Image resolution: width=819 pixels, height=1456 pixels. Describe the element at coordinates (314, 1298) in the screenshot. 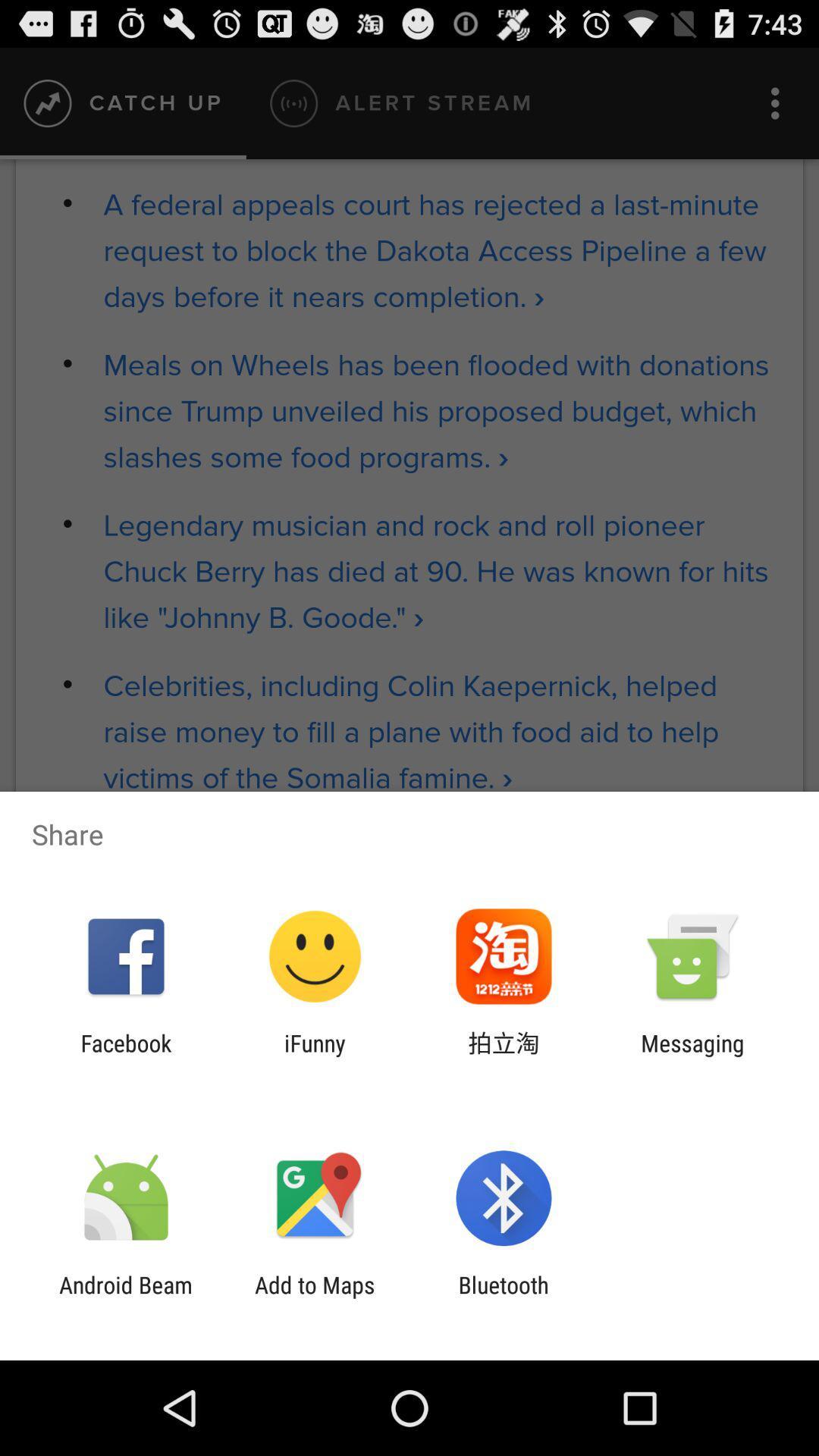

I see `icon next to the android beam icon` at that location.